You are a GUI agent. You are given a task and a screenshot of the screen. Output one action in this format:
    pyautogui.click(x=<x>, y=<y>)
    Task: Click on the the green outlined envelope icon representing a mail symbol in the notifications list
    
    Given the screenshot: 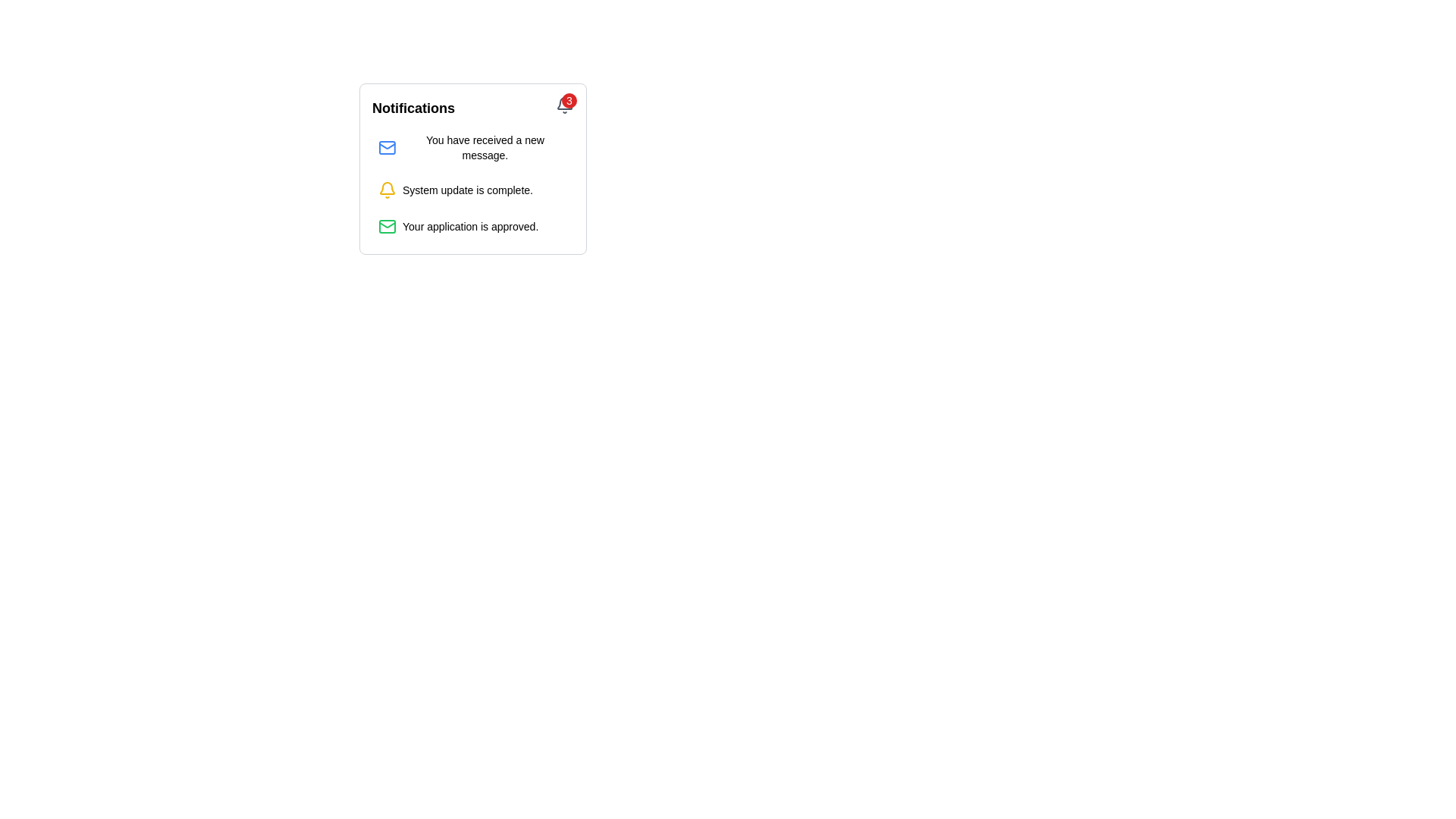 What is the action you would take?
    pyautogui.click(x=387, y=227)
    